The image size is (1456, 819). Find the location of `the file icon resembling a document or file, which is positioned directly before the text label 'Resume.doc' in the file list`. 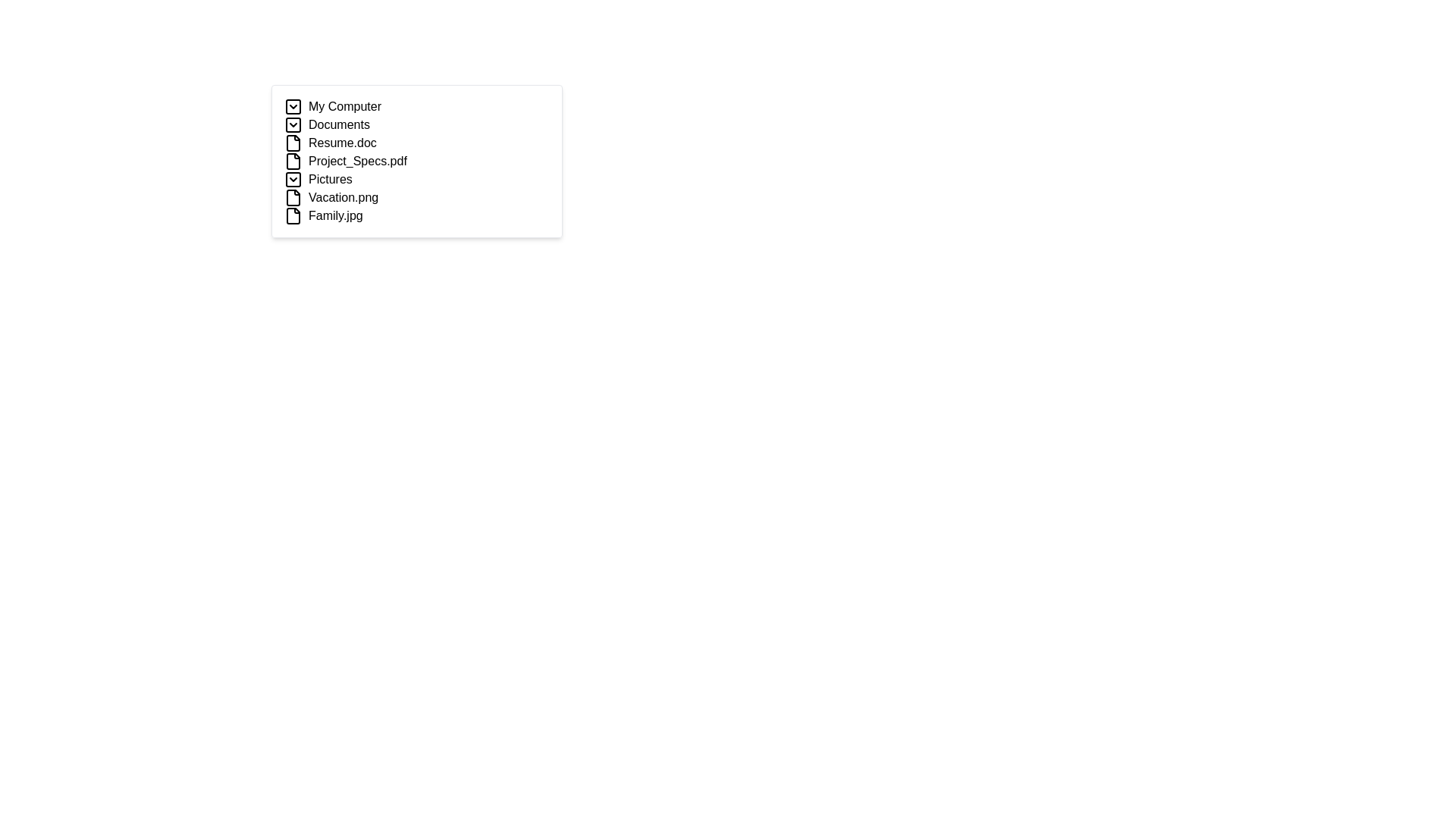

the file icon resembling a document or file, which is positioned directly before the text label 'Resume.doc' in the file list is located at coordinates (293, 143).